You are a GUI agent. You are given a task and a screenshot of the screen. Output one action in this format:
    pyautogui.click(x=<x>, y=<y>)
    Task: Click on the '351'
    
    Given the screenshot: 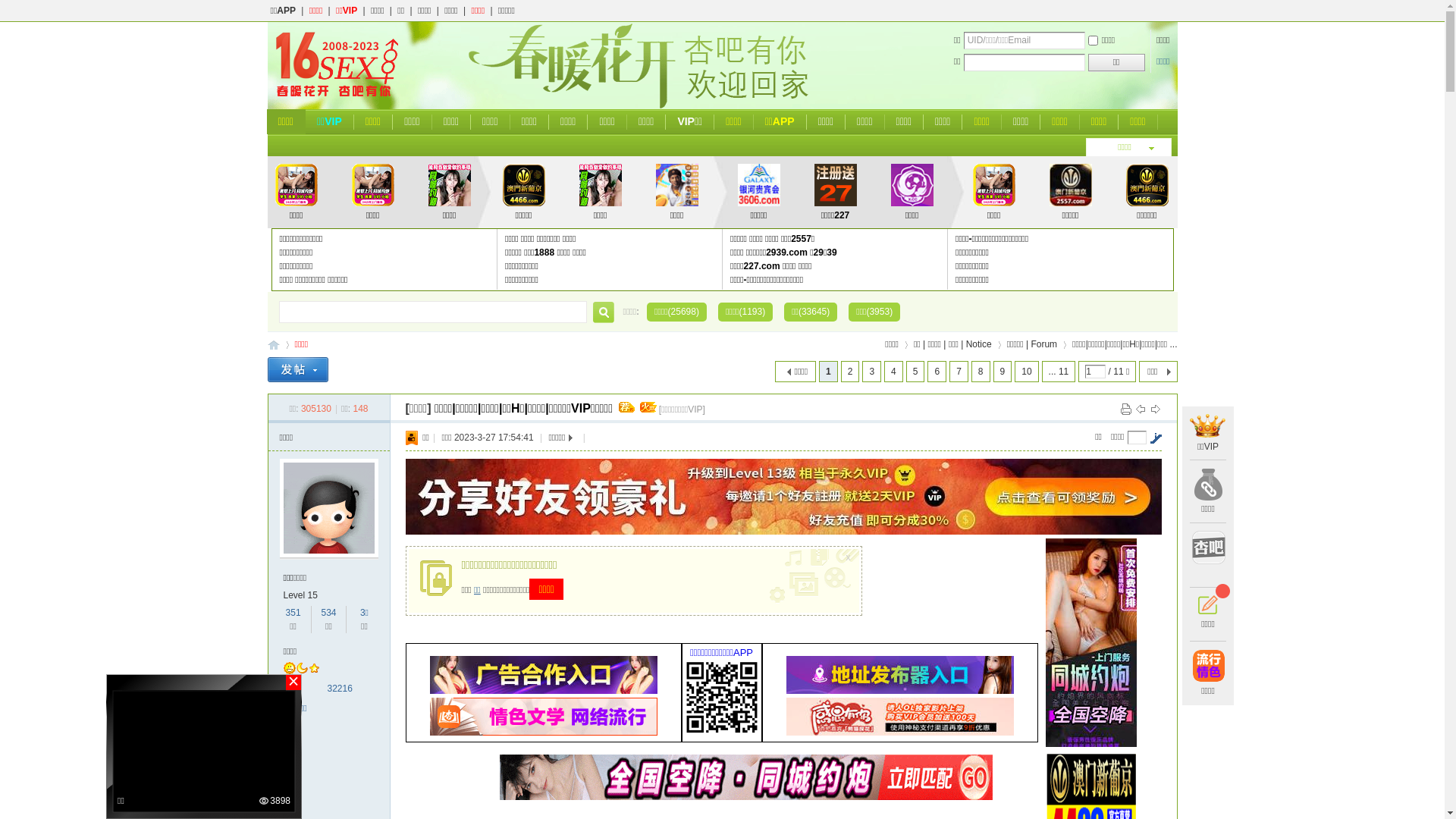 What is the action you would take?
    pyautogui.click(x=293, y=611)
    